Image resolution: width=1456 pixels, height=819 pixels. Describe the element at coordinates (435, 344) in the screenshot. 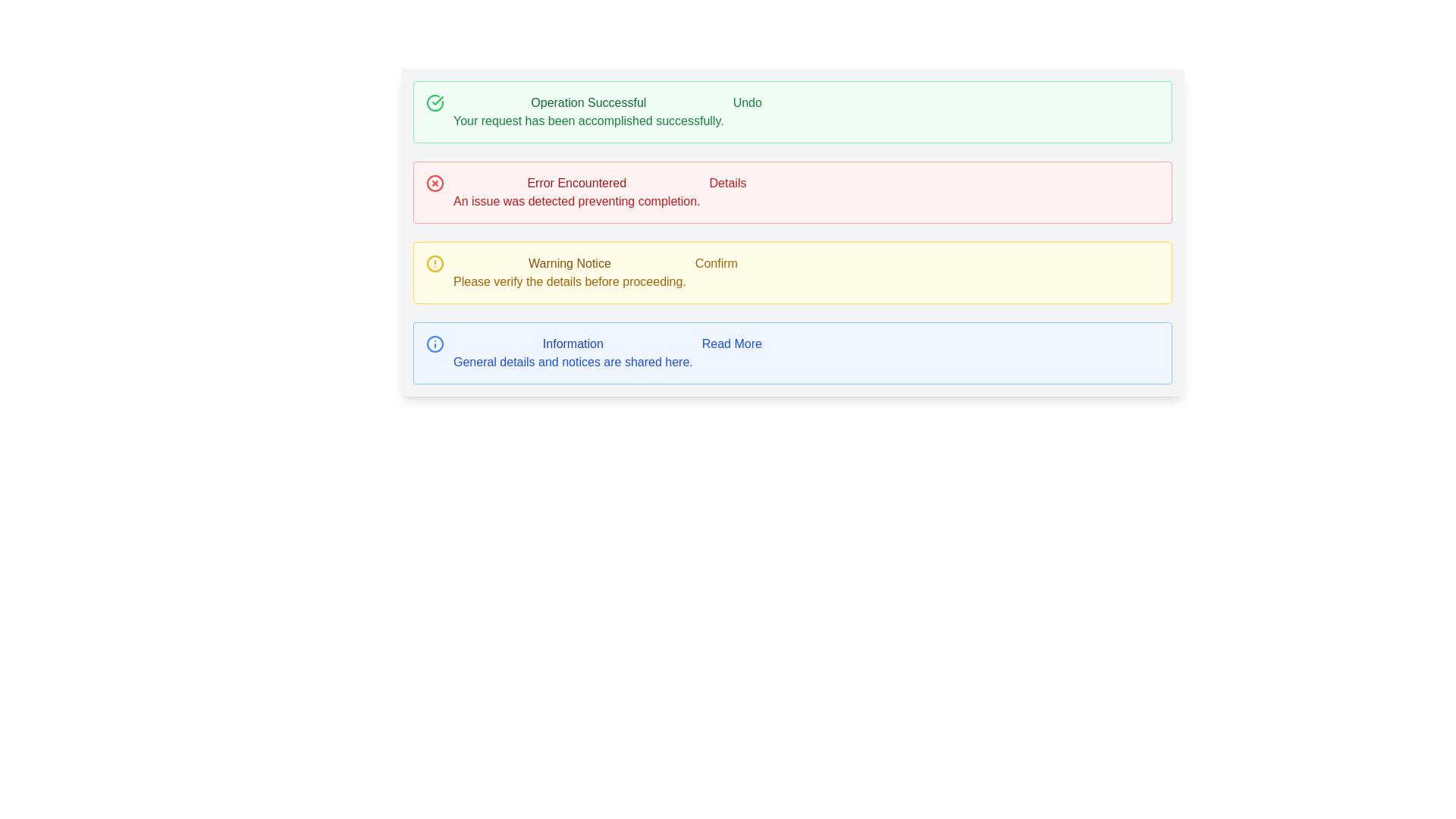

I see `the information icon, which is a blue circular outline with an 'i' in its center, located at the leftmost side of the lower-most card in a vertical stack of cards` at that location.